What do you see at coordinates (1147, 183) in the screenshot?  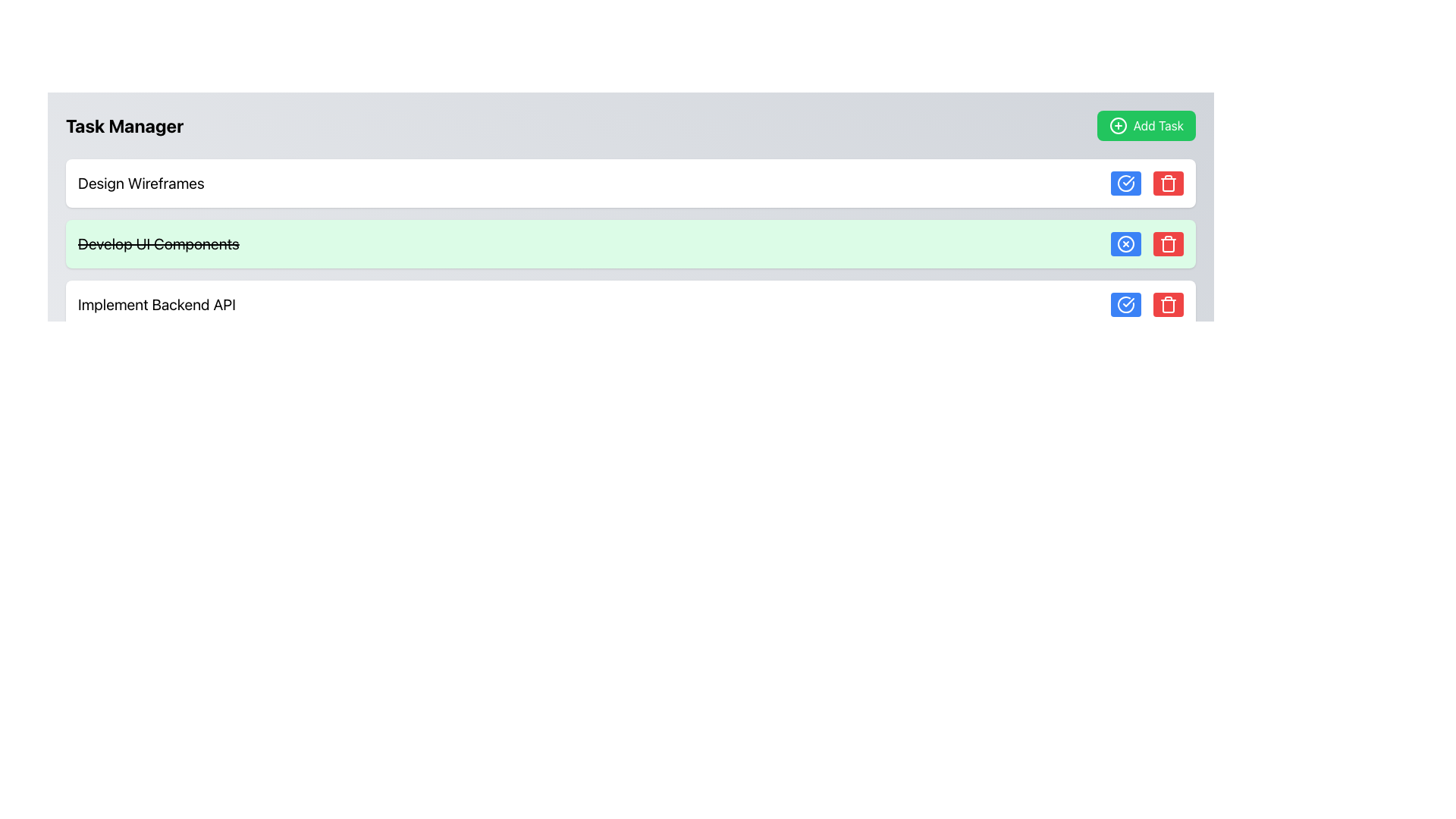 I see `the blue checkmark button located on the far-right side of the task titled 'Design Wireframes' to mark the task as completed` at bounding box center [1147, 183].